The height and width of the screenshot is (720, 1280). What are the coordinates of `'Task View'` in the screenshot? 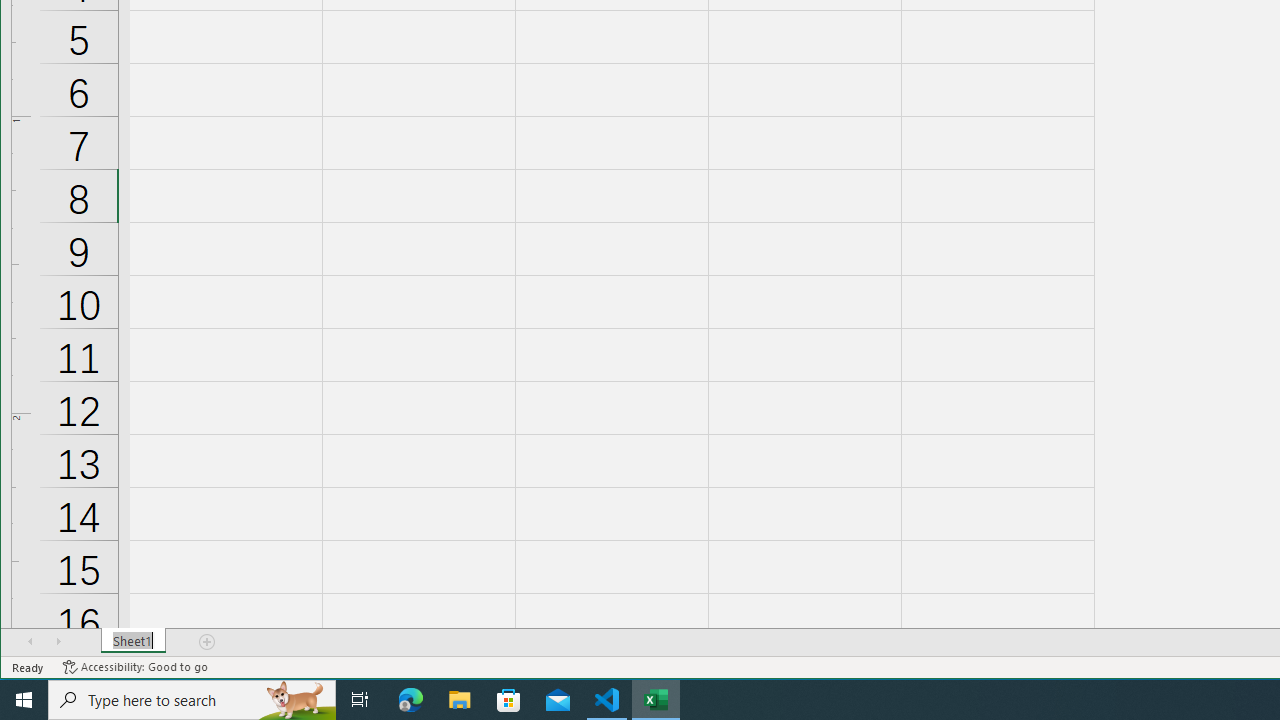 It's located at (359, 698).